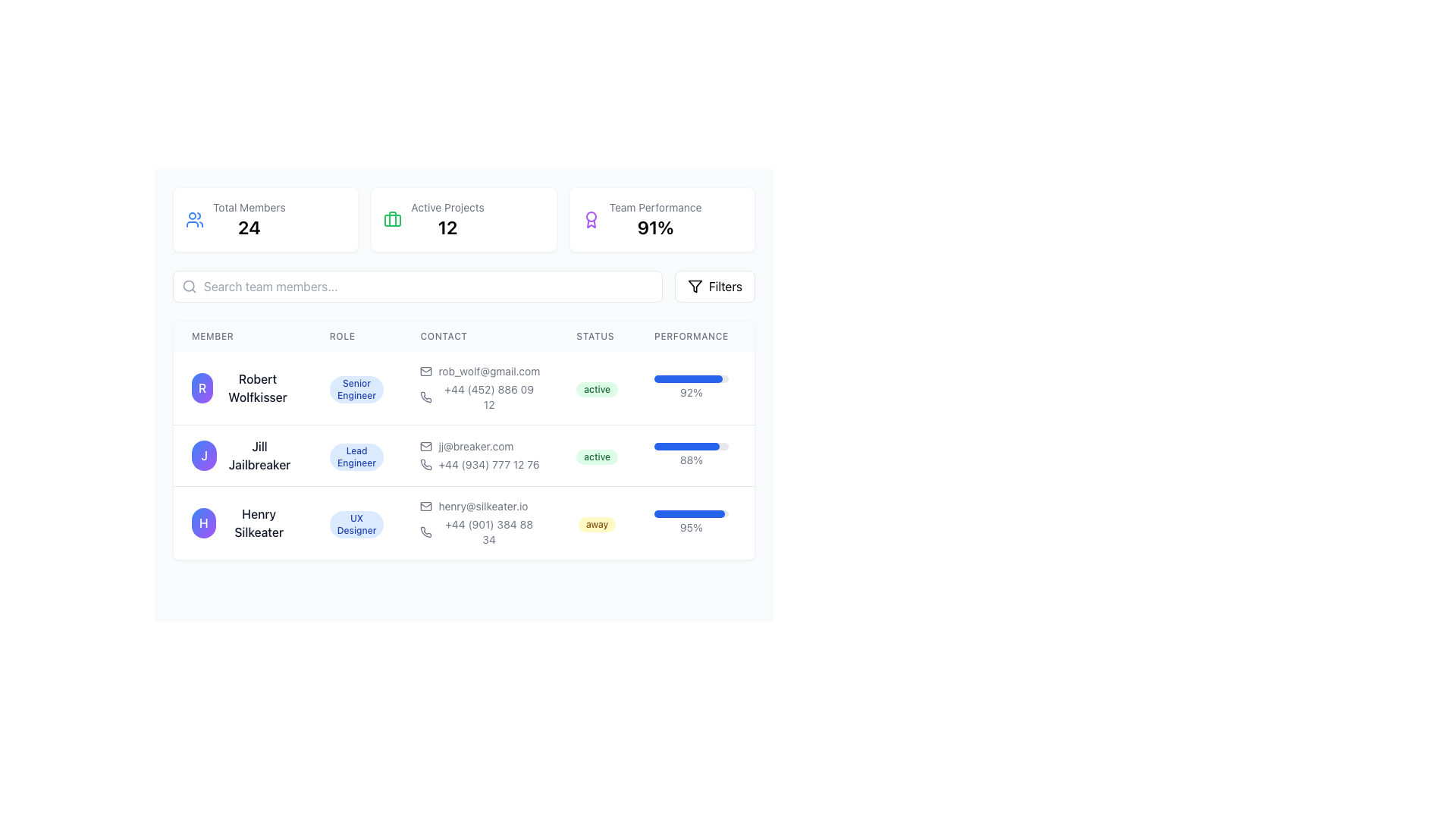  Describe the element at coordinates (241, 455) in the screenshot. I see `the text label with the avatar icon for the team member, located in the second row of the member list` at that location.